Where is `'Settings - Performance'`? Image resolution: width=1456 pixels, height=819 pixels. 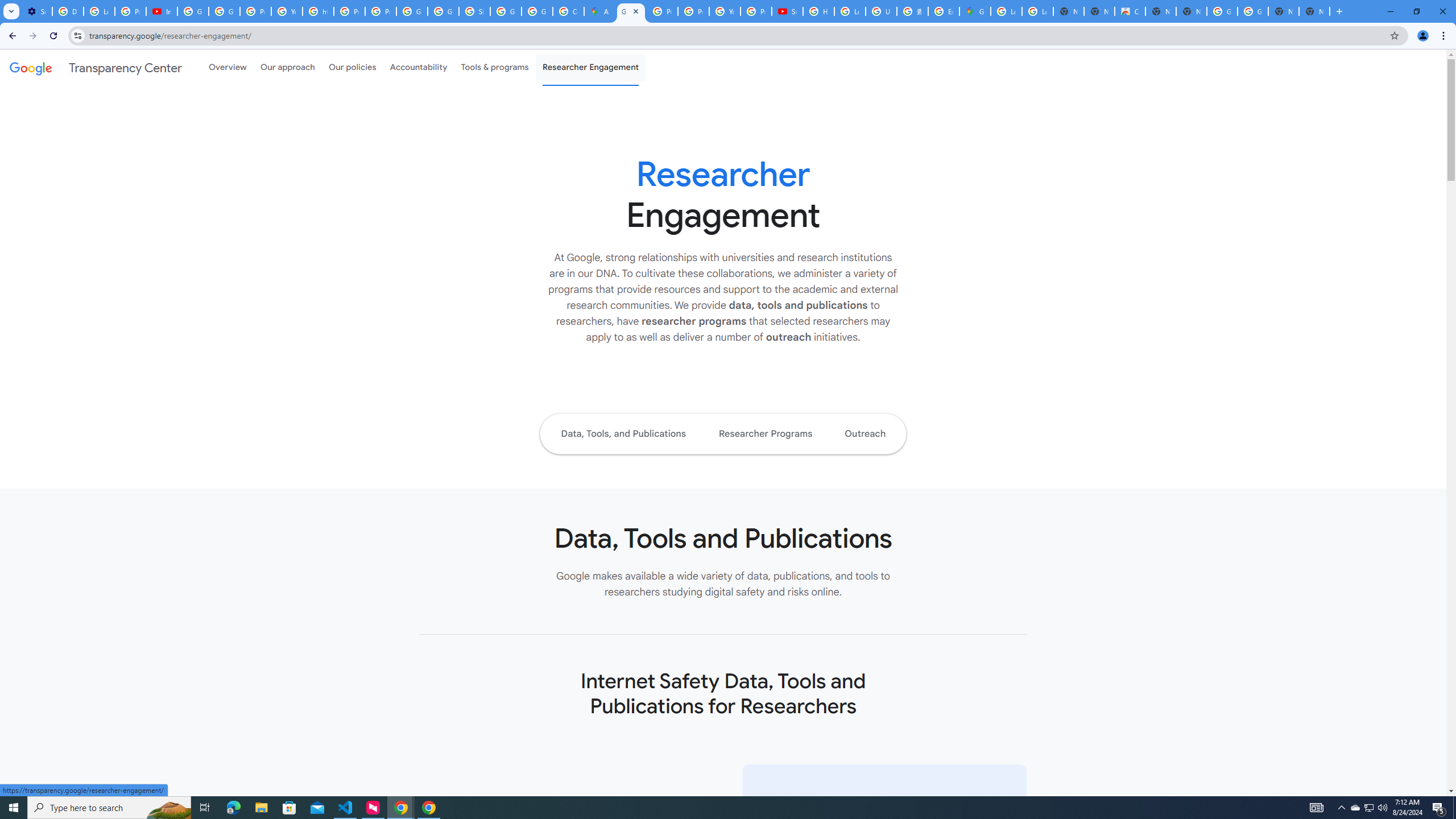
'Settings - Performance' is located at coordinates (36, 11).